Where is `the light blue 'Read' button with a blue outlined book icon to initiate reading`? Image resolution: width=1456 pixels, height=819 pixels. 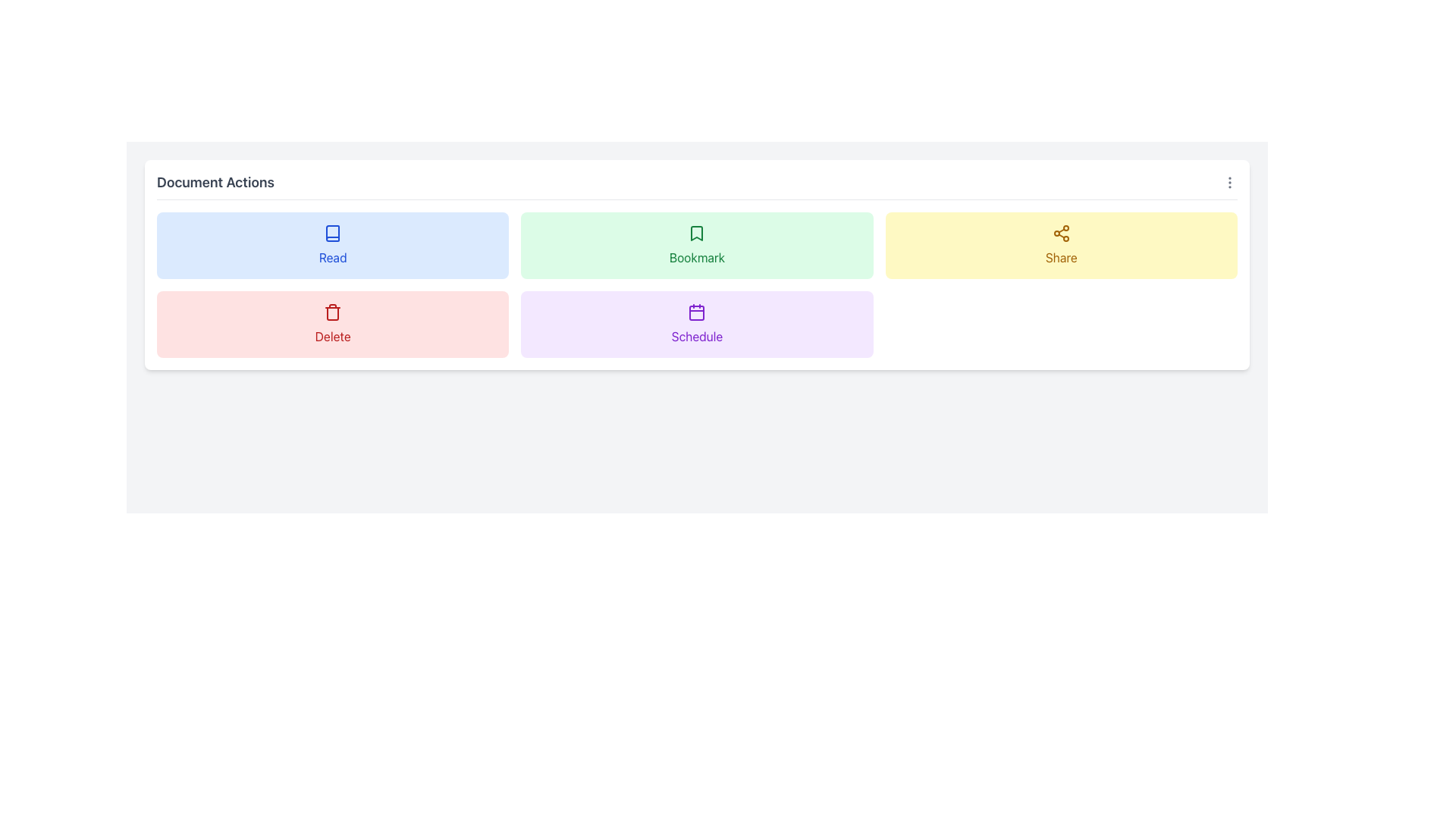
the light blue 'Read' button with a blue outlined book icon to initiate reading is located at coordinates (332, 245).